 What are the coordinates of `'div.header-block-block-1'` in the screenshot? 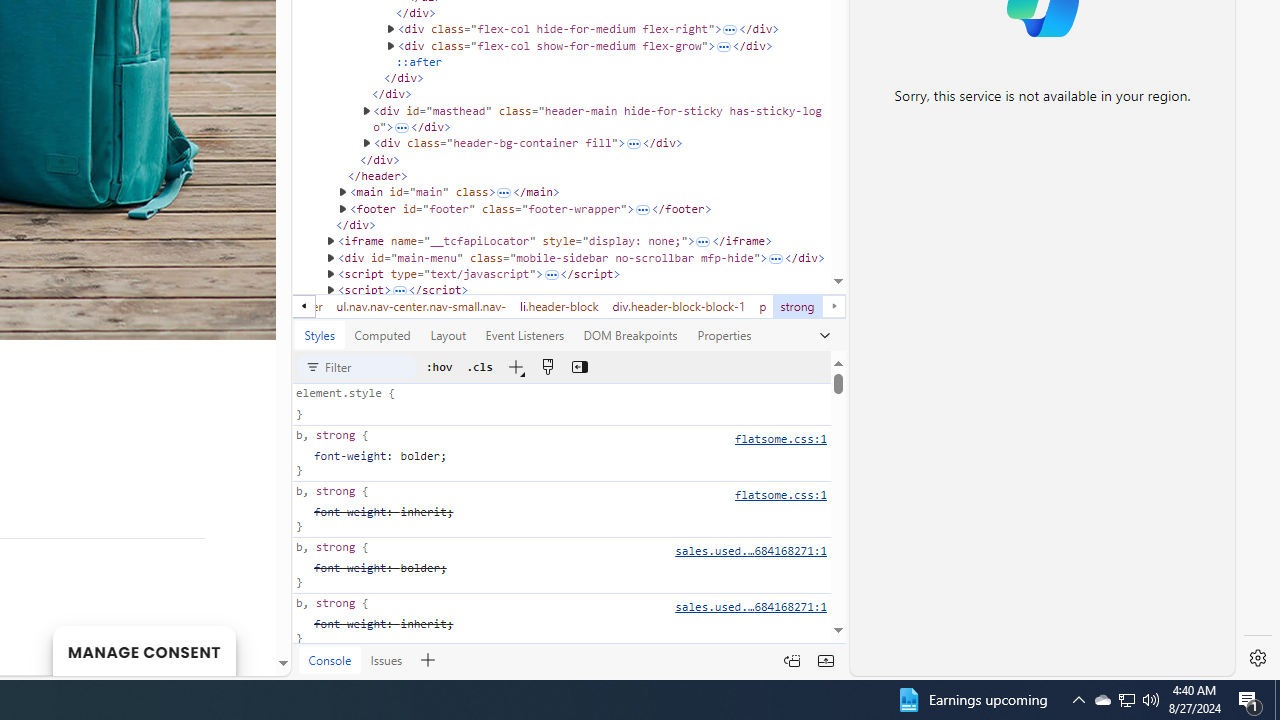 It's located at (679, 306).